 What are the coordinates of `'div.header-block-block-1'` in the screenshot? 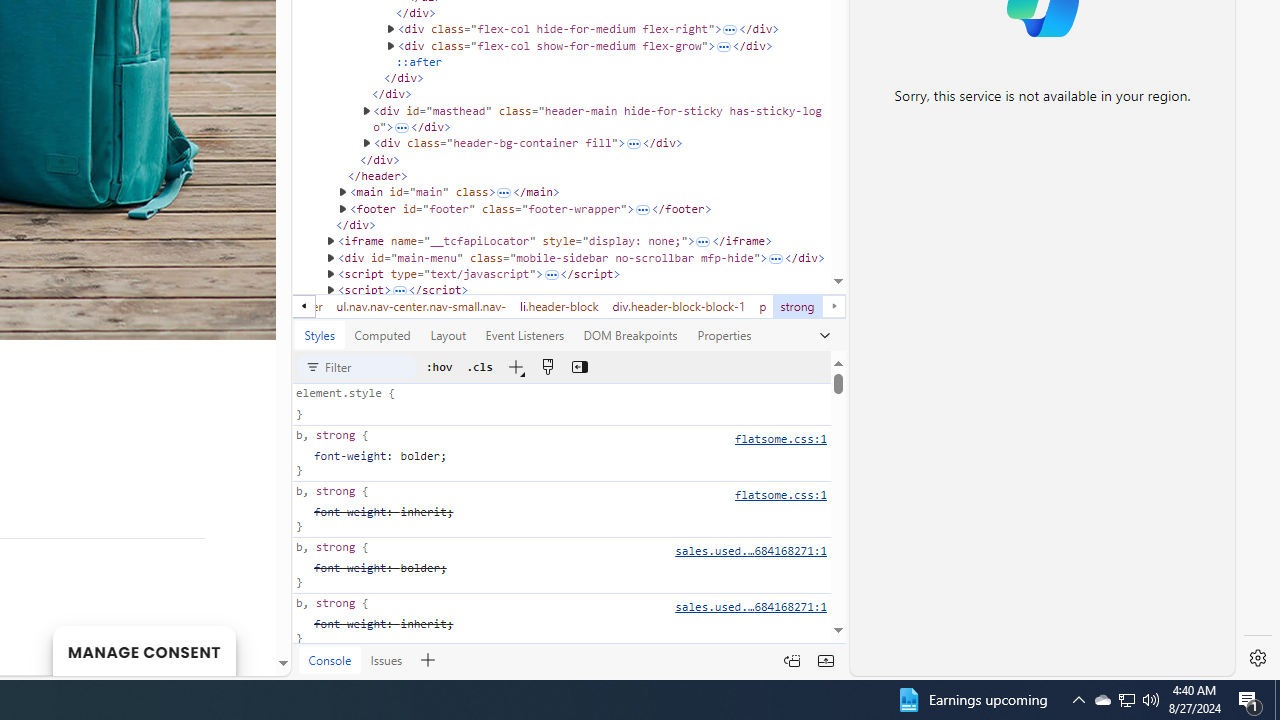 It's located at (679, 306).